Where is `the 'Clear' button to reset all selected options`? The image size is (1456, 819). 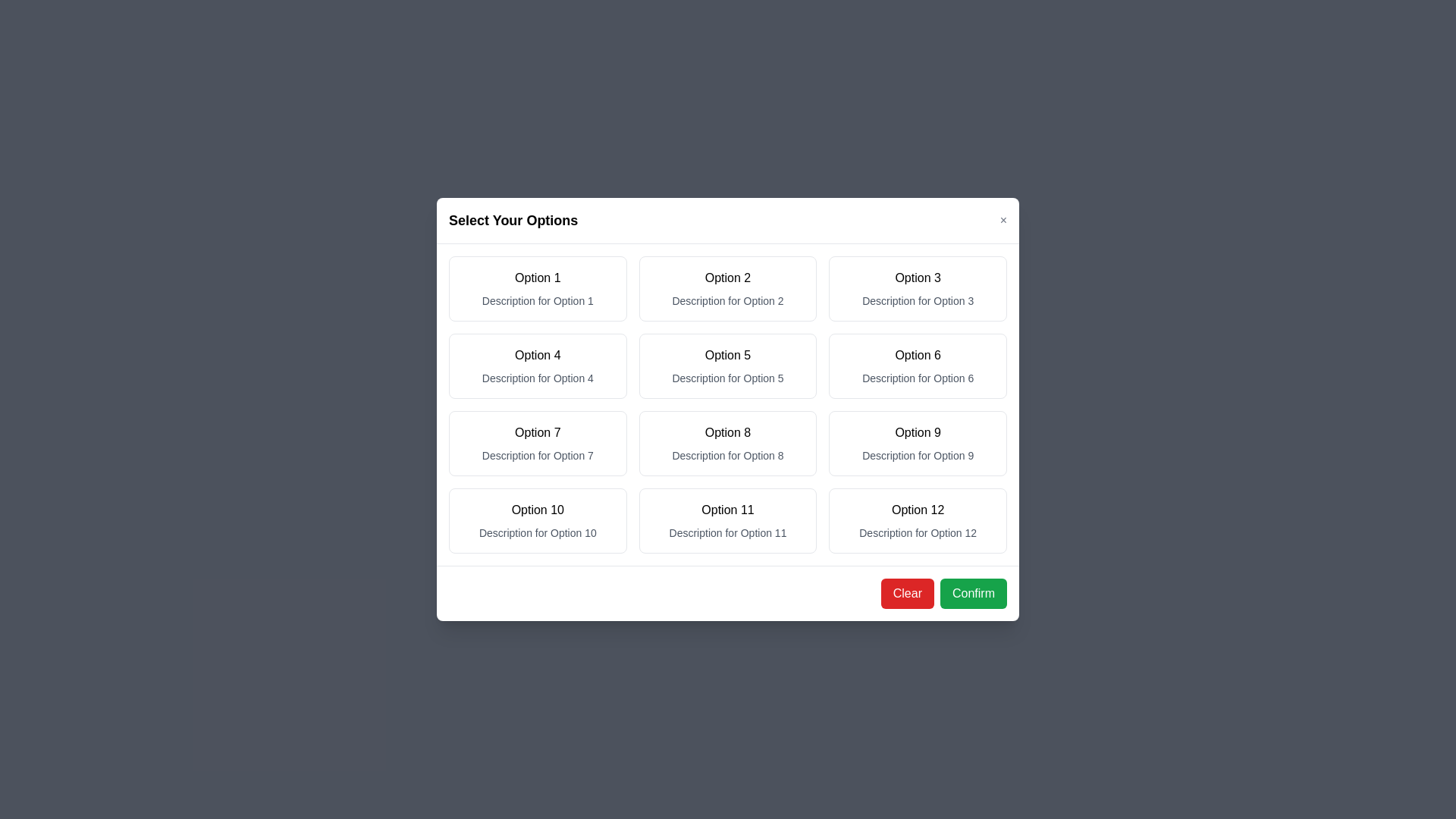 the 'Clear' button to reset all selected options is located at coordinates (907, 593).